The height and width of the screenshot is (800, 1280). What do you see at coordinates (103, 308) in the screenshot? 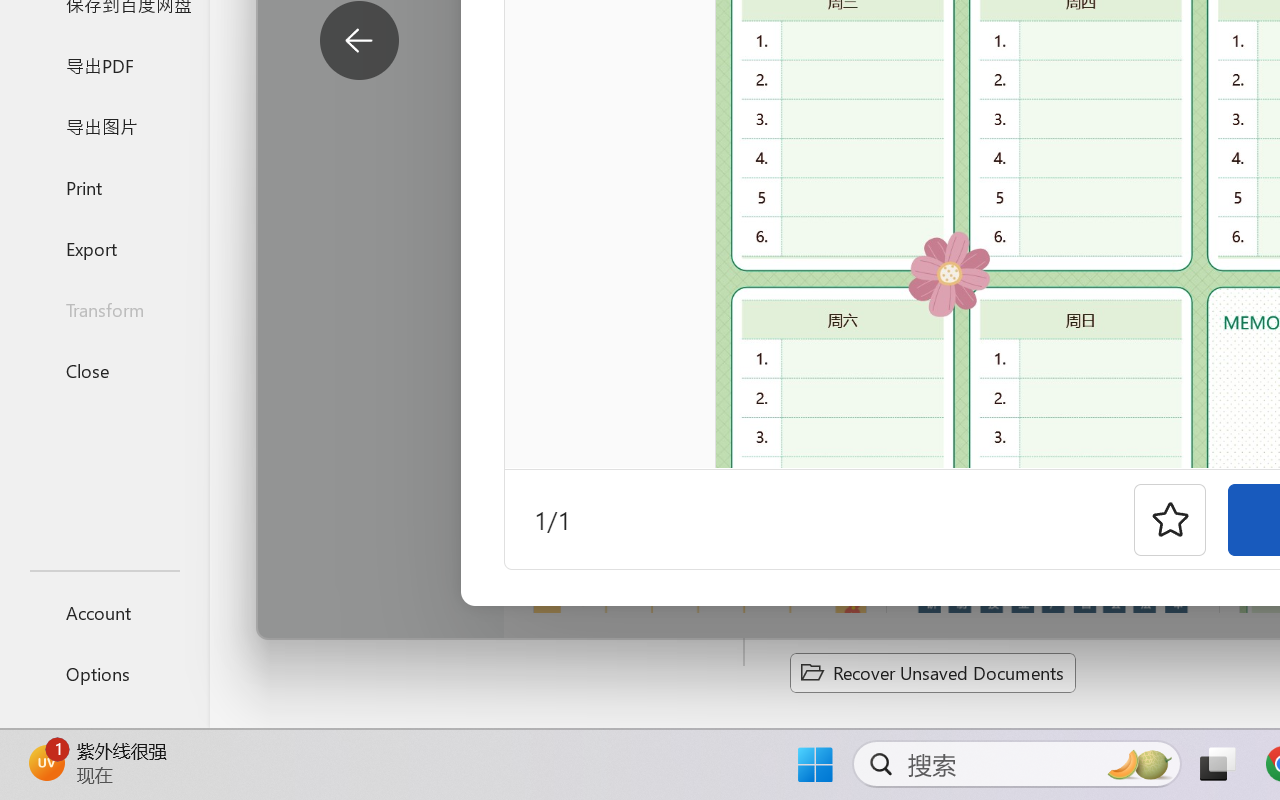
I see `'Transform'` at bounding box center [103, 308].